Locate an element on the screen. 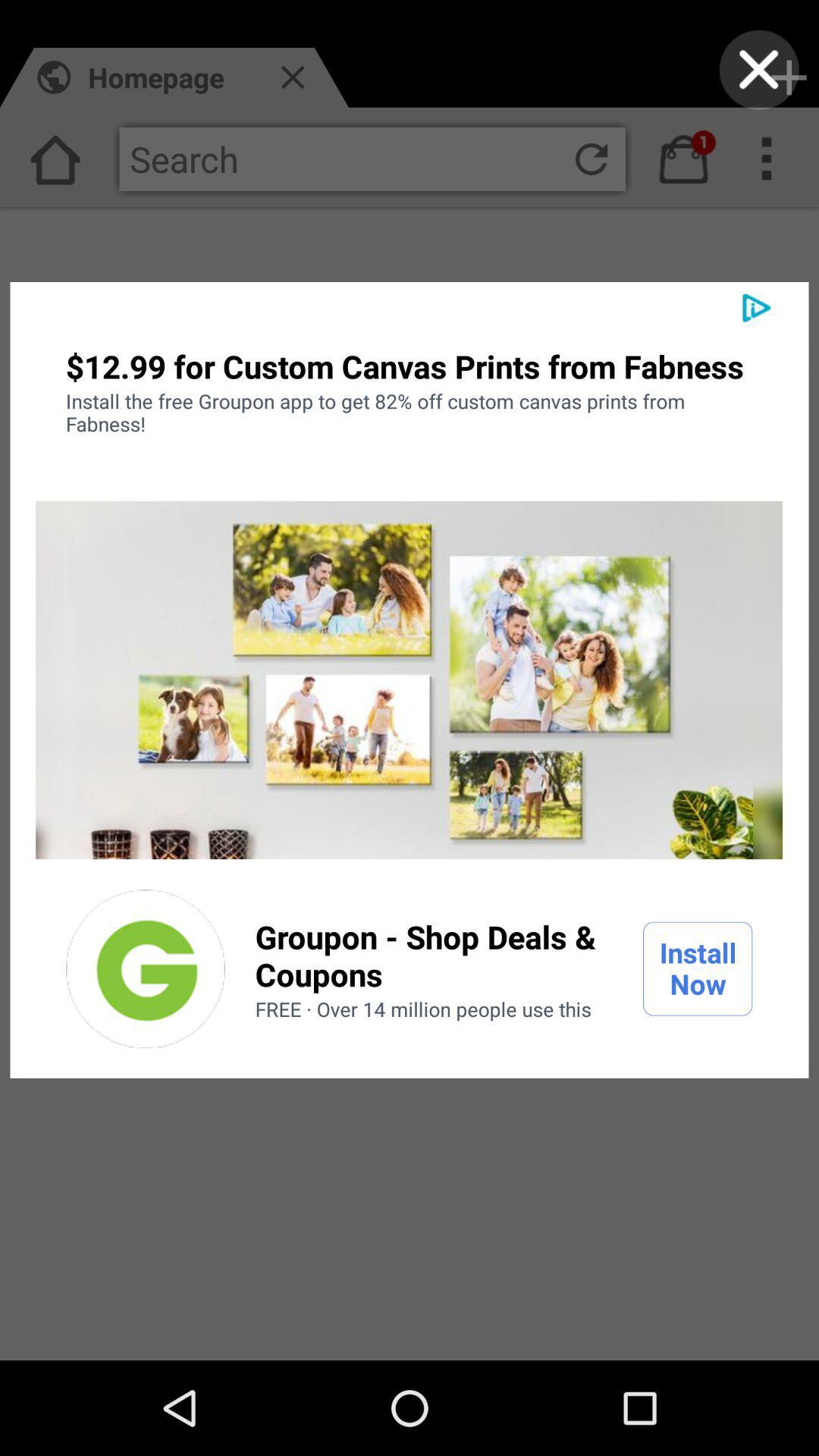 This screenshot has width=819, height=1456. window is located at coordinates (759, 69).